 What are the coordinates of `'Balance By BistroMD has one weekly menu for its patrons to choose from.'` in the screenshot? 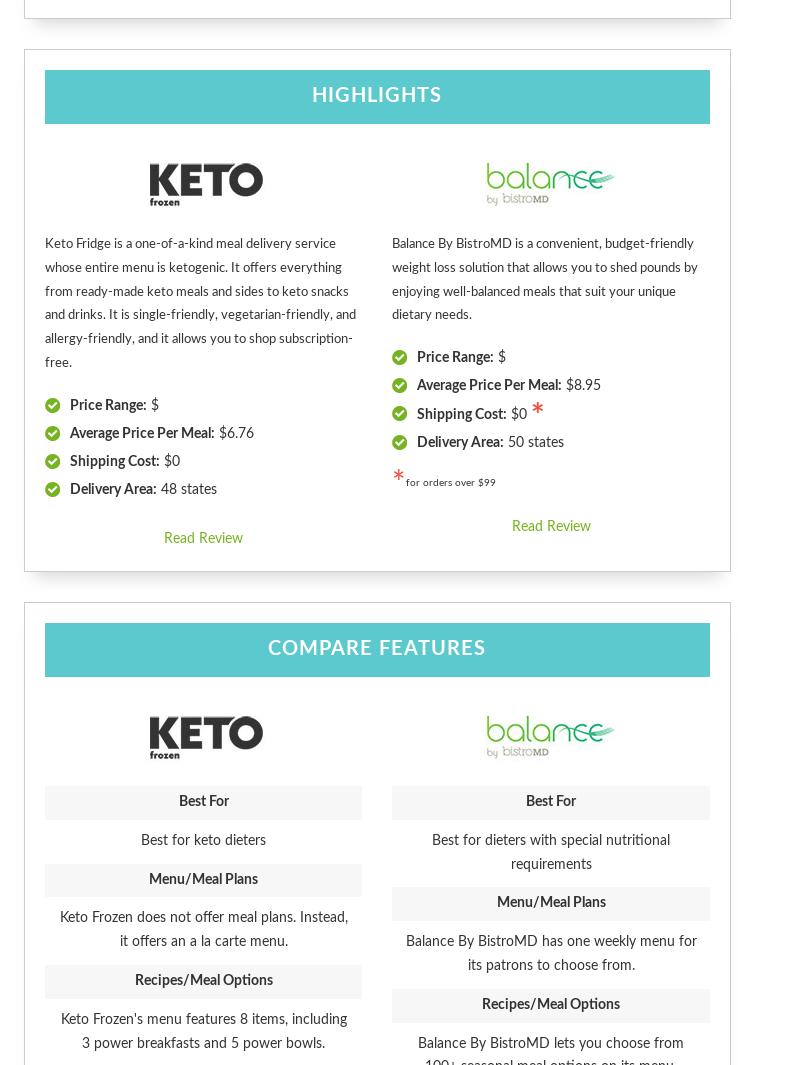 It's located at (550, 954).